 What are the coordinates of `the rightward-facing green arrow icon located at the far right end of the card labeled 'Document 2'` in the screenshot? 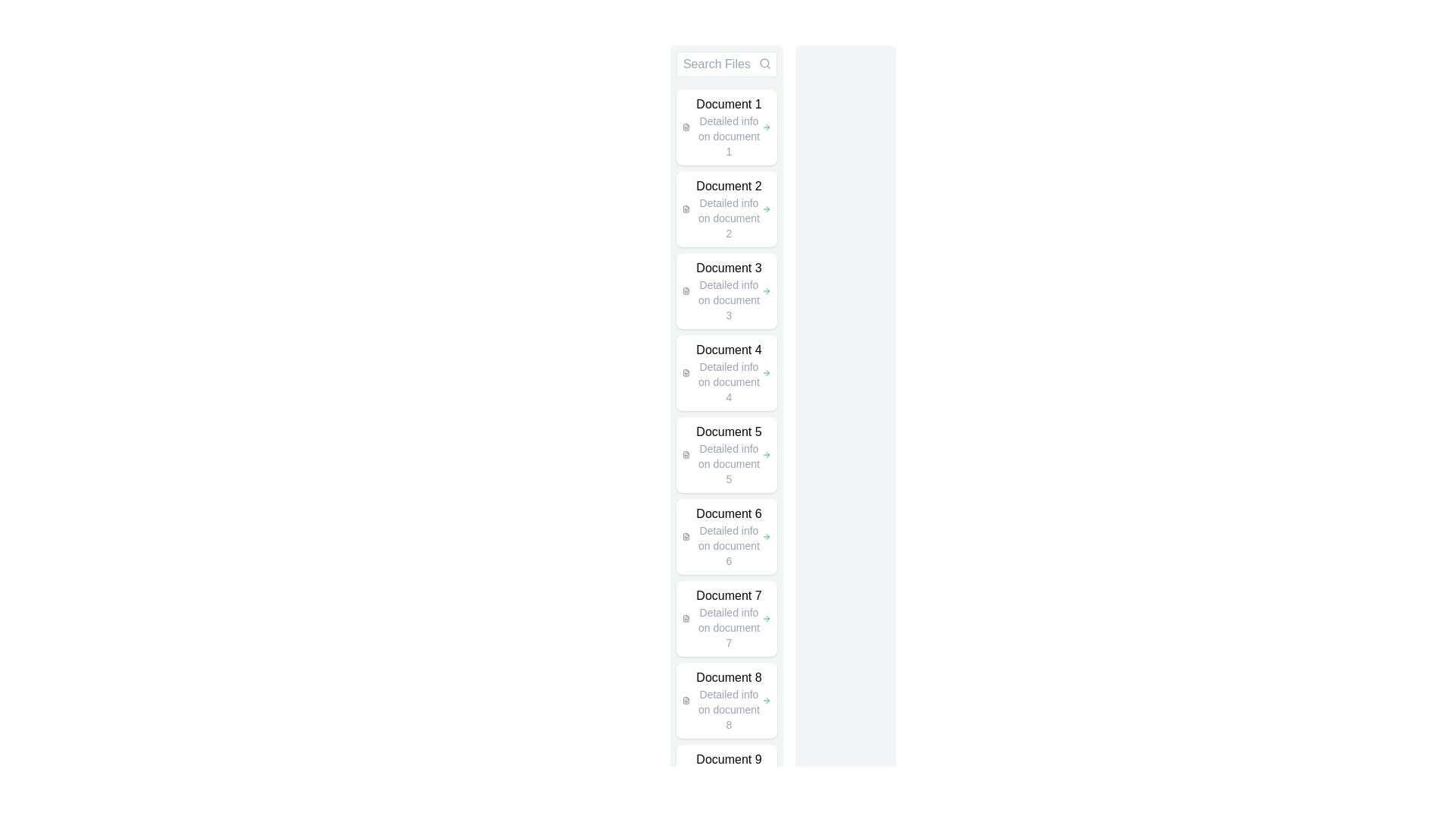 It's located at (767, 209).